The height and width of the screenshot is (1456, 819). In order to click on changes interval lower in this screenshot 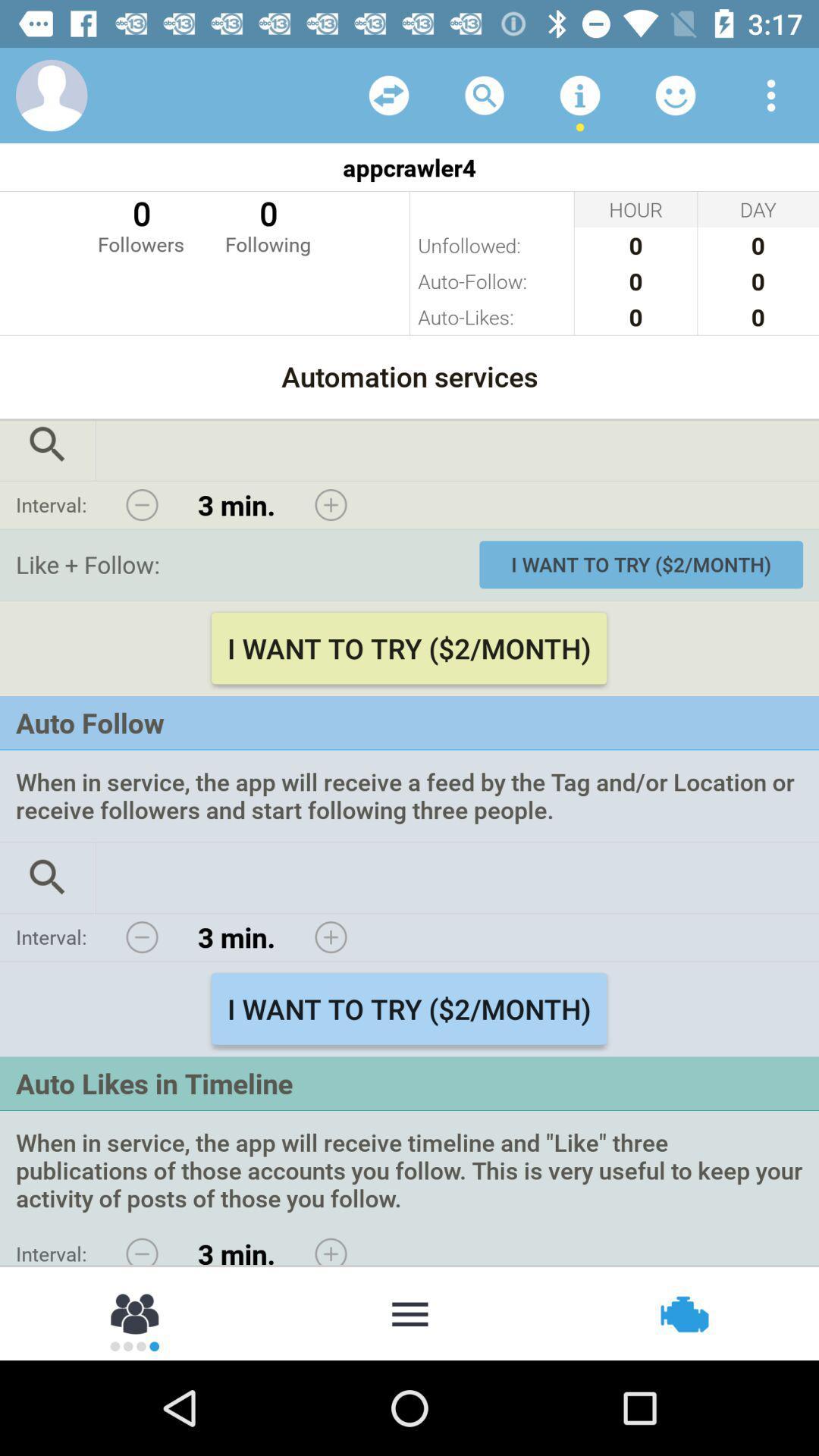, I will do `click(142, 937)`.